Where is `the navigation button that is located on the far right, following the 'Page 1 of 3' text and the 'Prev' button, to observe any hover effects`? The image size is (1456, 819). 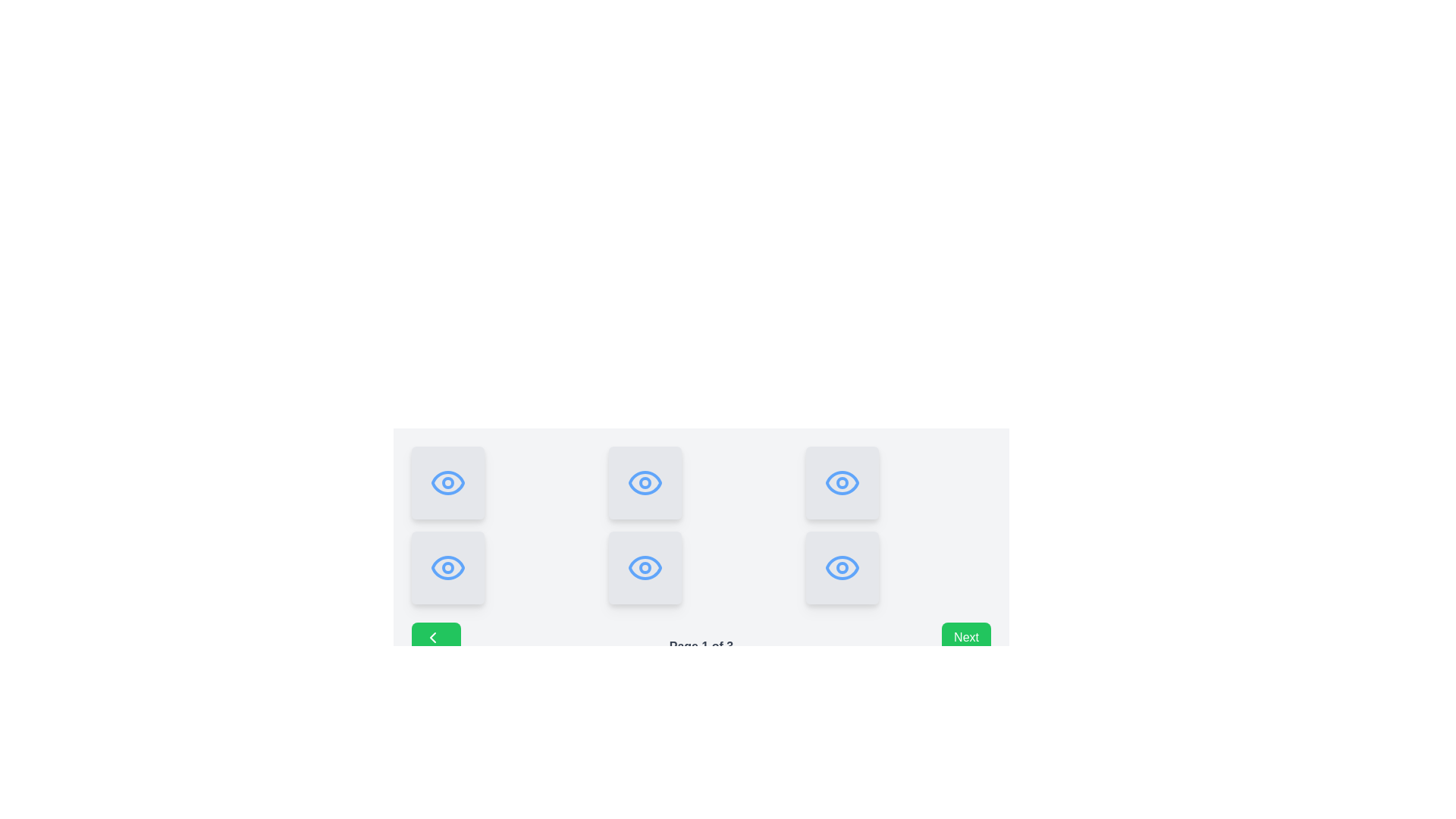
the navigation button that is located on the far right, following the 'Page 1 of 3' text and the 'Prev' button, to observe any hover effects is located at coordinates (965, 646).